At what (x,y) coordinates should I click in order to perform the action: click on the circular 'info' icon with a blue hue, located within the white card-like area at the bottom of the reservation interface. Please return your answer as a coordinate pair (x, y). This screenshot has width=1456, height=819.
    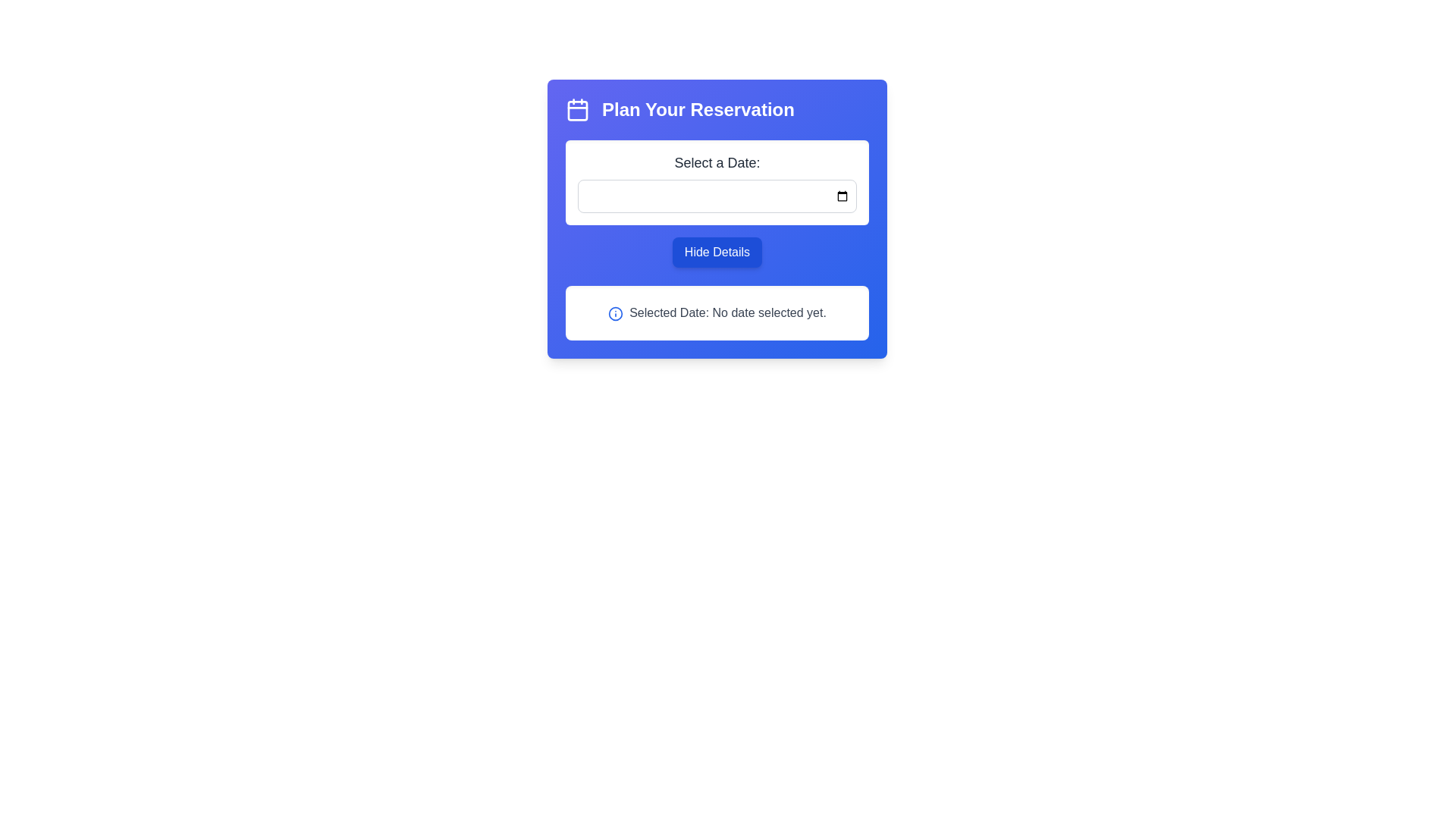
    Looking at the image, I should click on (616, 312).